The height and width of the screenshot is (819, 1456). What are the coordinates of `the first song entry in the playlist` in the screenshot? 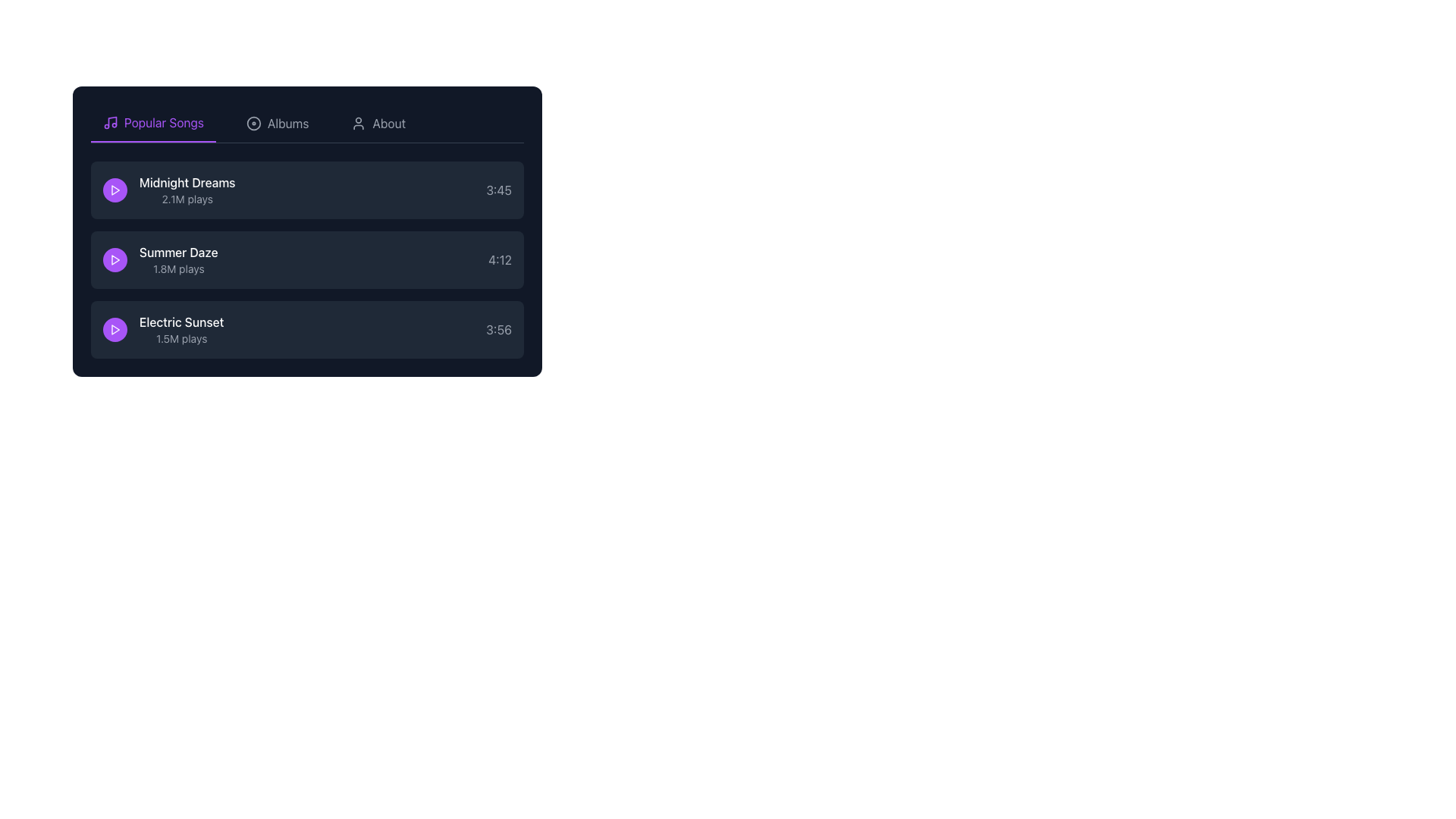 It's located at (306, 189).